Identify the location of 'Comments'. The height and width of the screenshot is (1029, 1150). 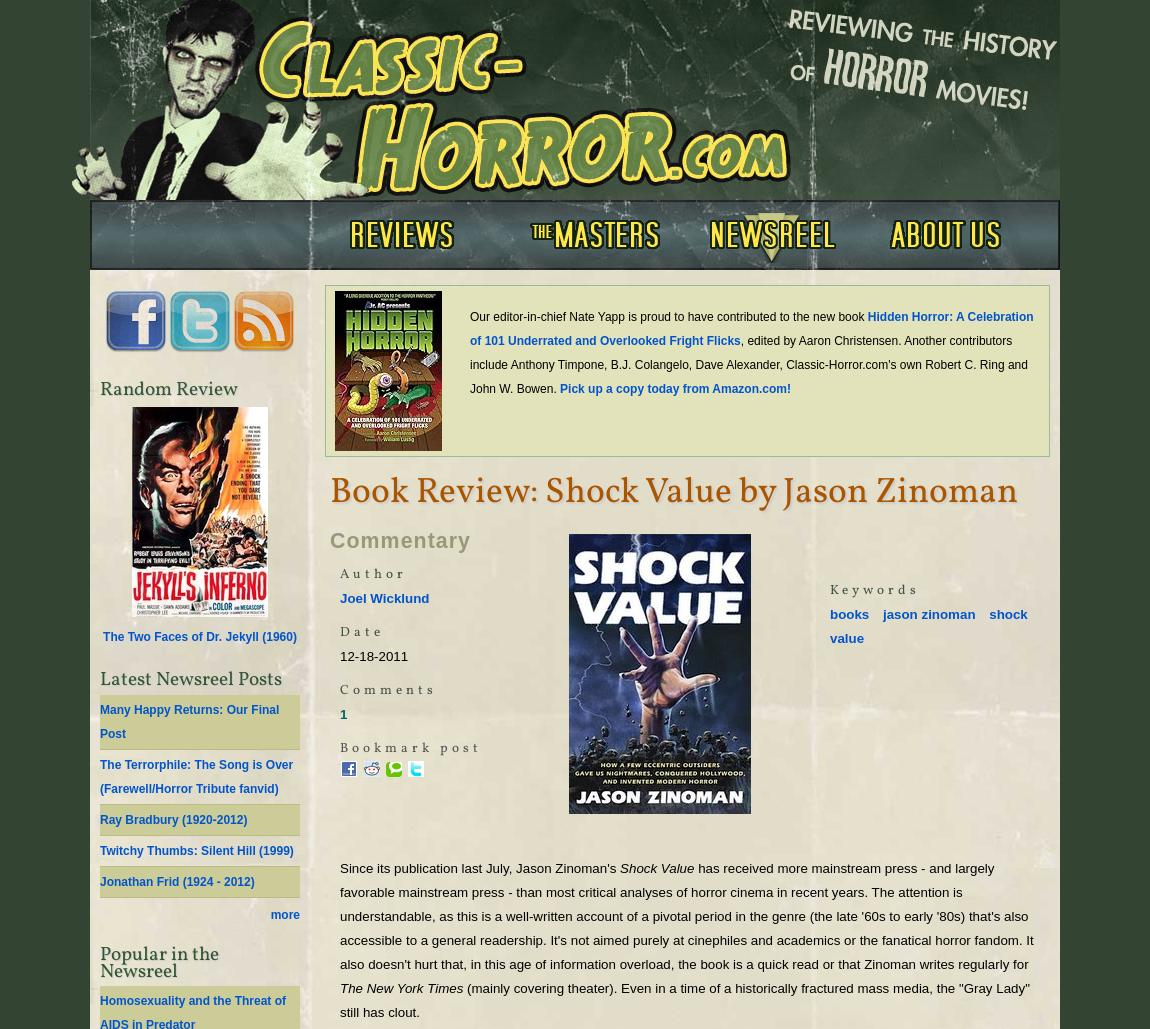
(388, 689).